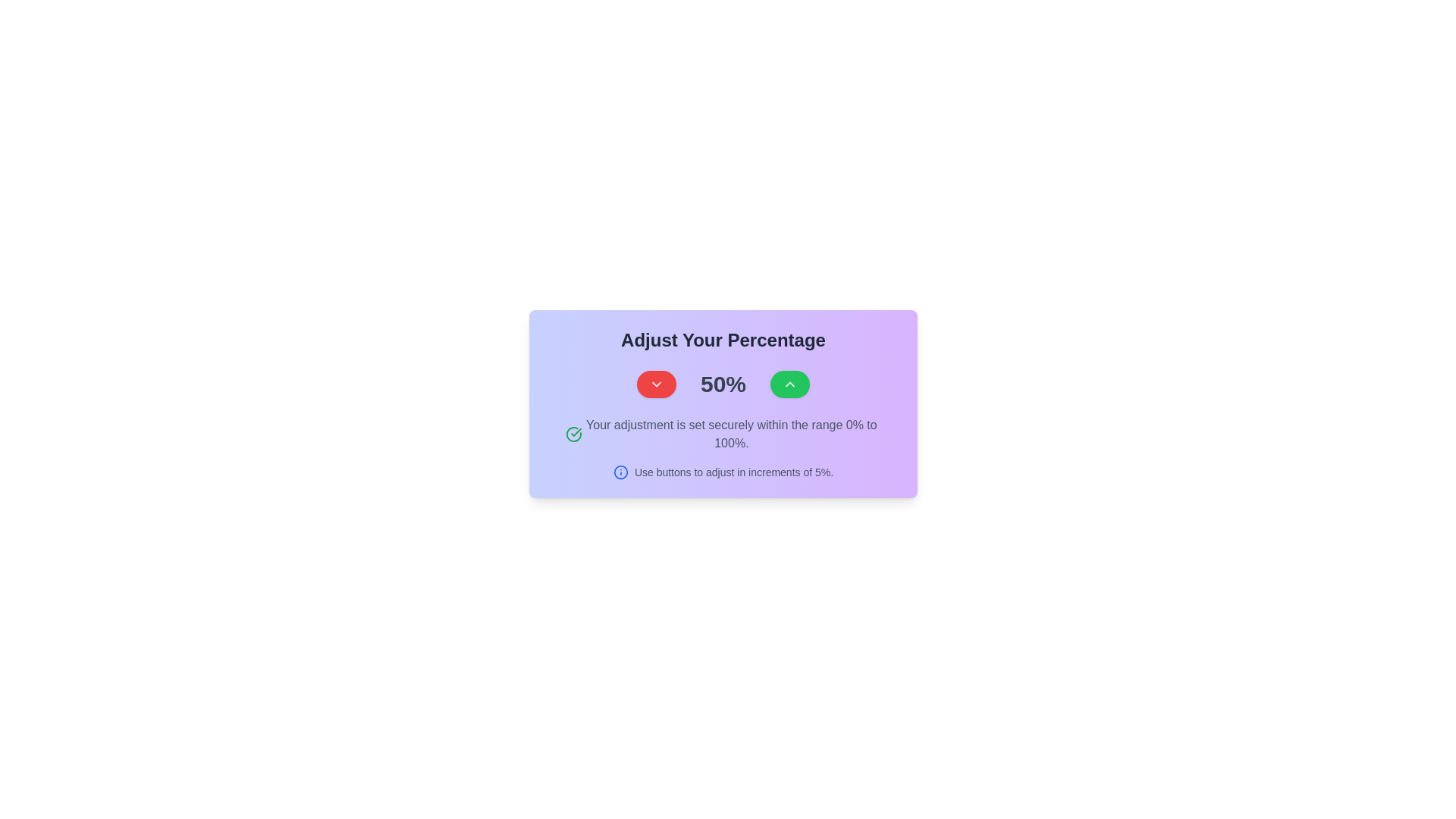  What do you see at coordinates (789, 383) in the screenshot?
I see `the small green rounded button with a white upward-pointing chevron symbol, located below 'Adjust Your Percentage' and to the right of '50%', to increment the value` at bounding box center [789, 383].